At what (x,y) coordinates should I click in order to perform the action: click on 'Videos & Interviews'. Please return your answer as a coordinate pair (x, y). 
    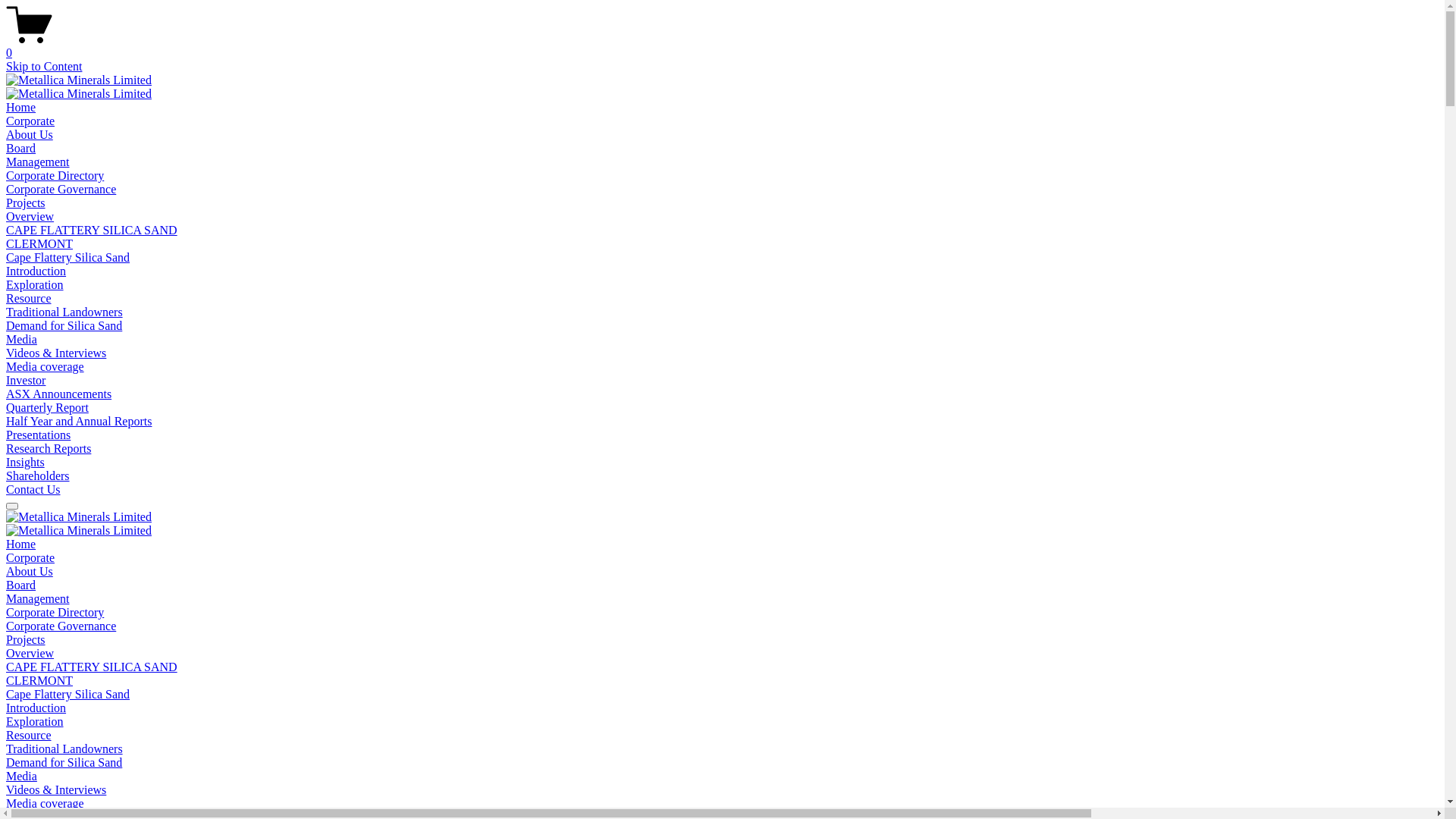
    Looking at the image, I should click on (55, 789).